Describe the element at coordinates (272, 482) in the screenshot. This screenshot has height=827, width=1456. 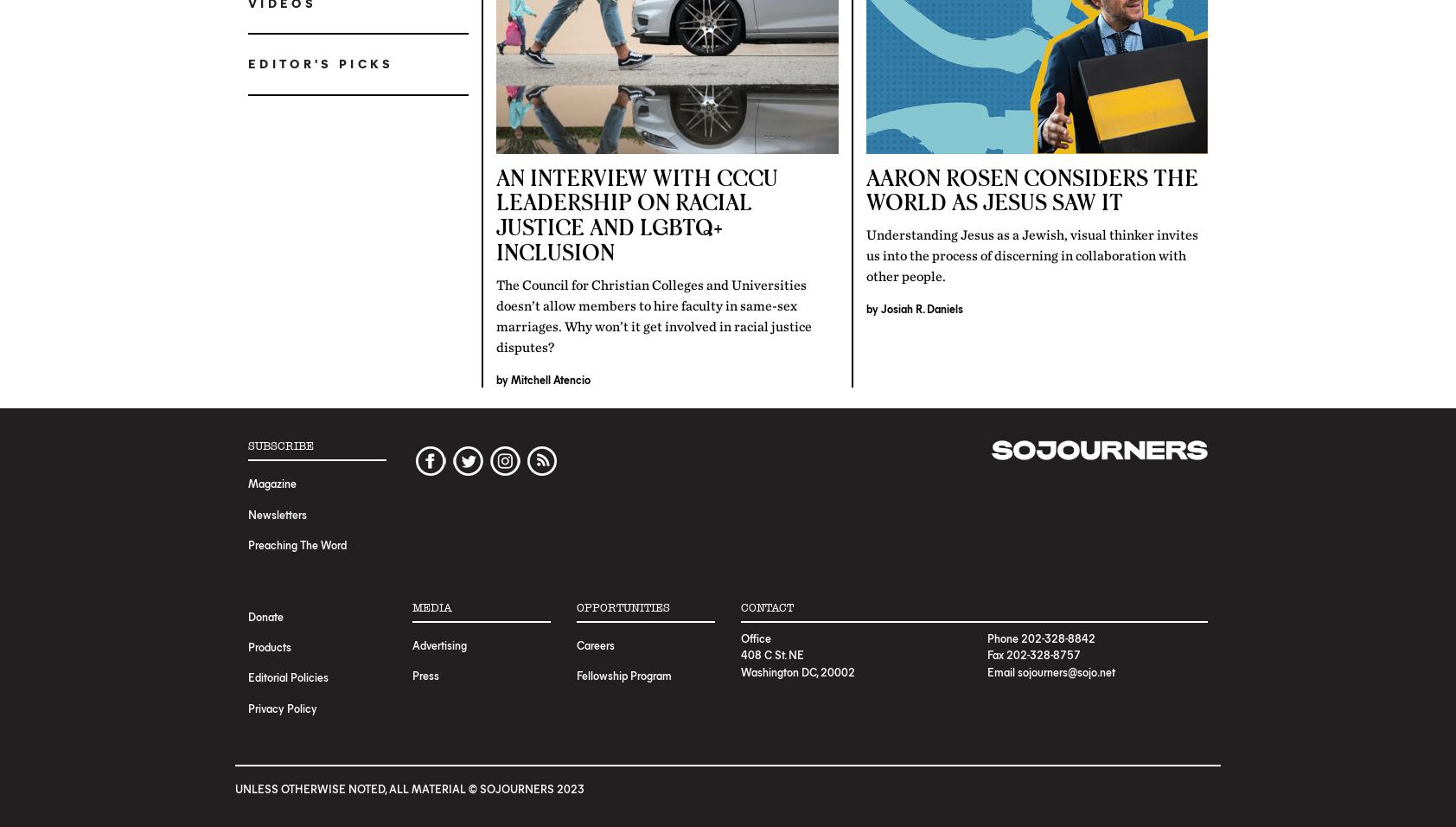
I see `'Magazine'` at that location.